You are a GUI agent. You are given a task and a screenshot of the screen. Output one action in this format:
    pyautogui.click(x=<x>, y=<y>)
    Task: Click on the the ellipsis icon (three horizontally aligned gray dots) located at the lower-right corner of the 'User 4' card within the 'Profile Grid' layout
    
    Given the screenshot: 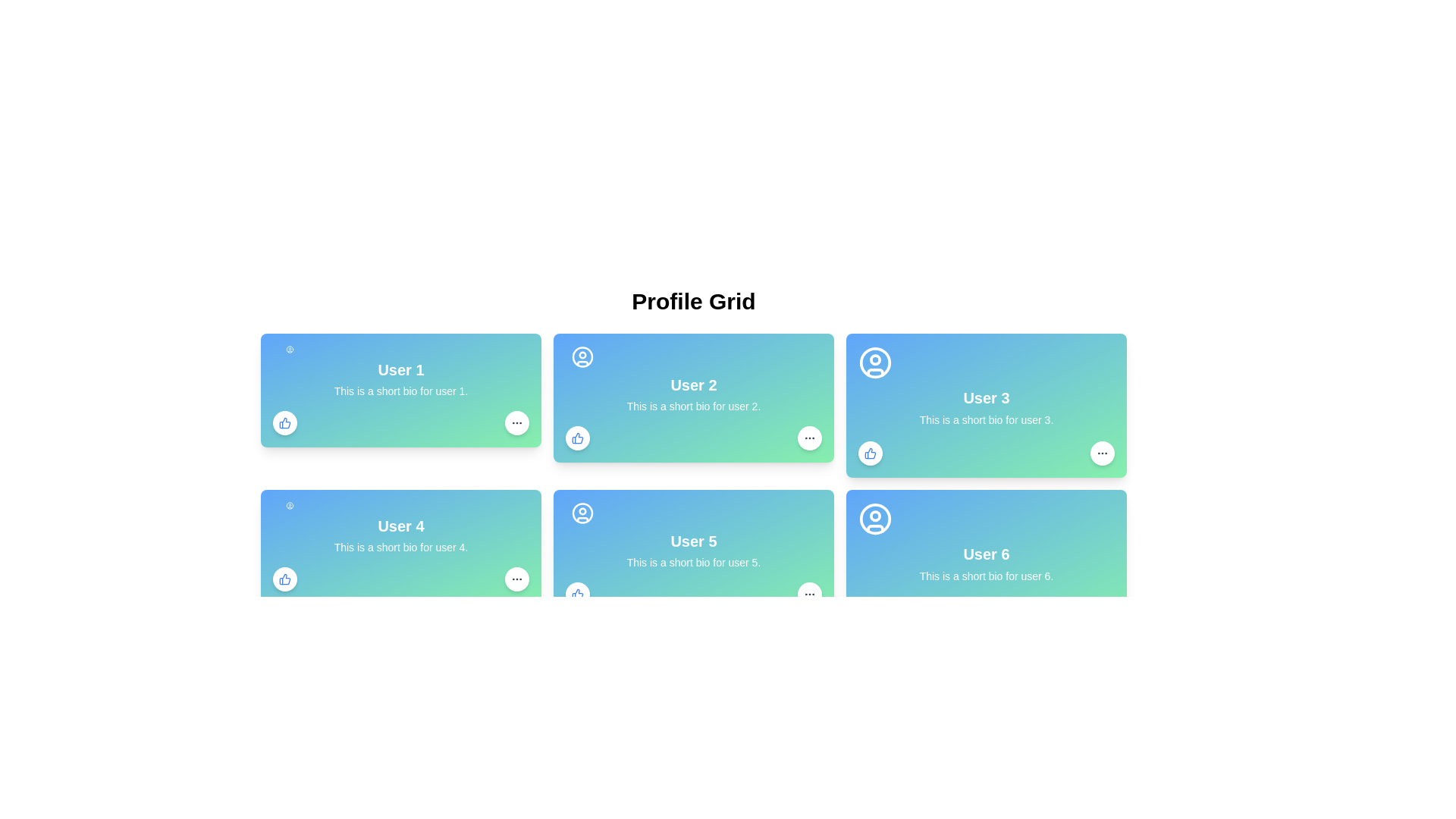 What is the action you would take?
    pyautogui.click(x=516, y=579)
    